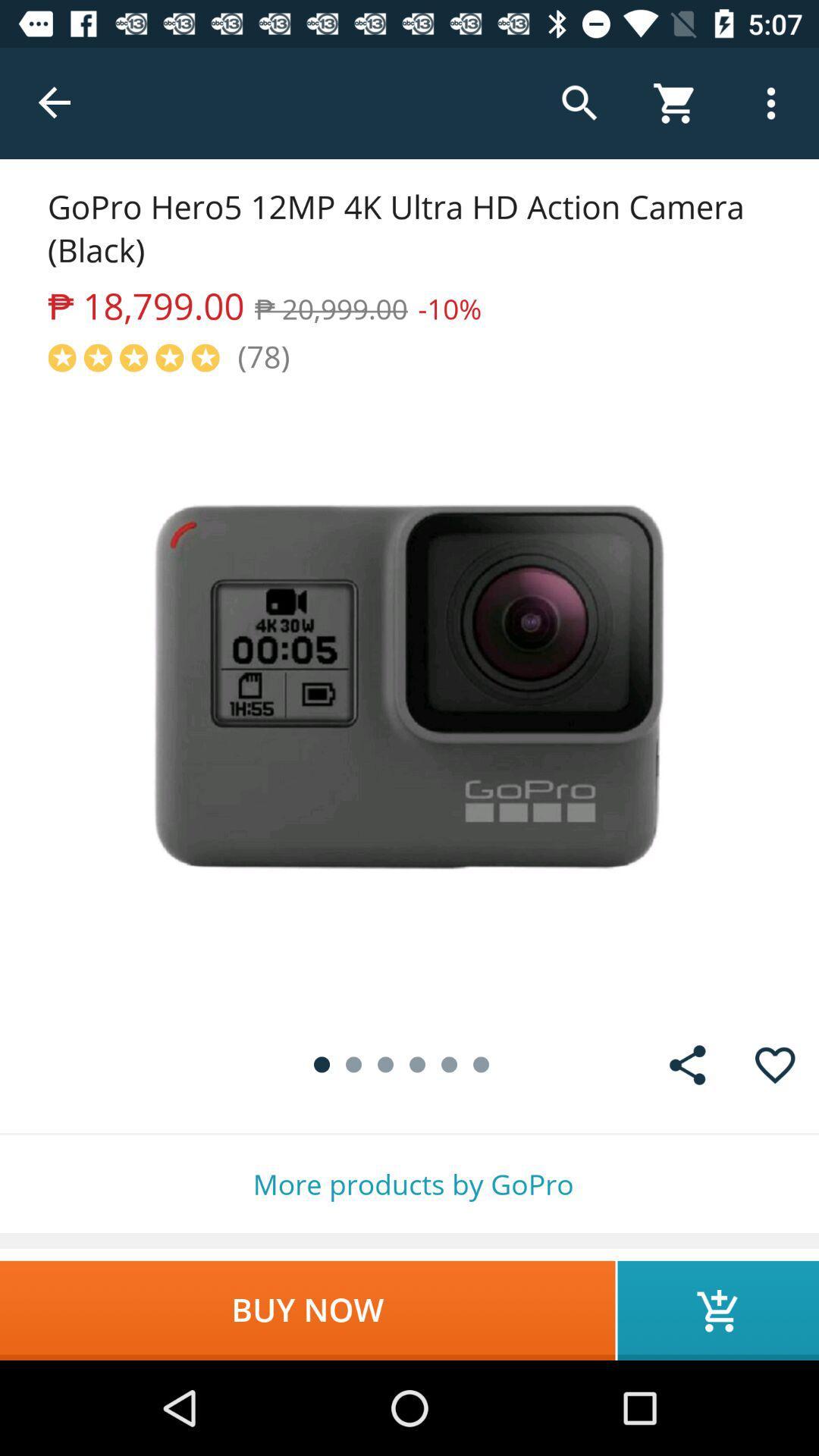  Describe the element at coordinates (687, 1064) in the screenshot. I see `share button` at that location.